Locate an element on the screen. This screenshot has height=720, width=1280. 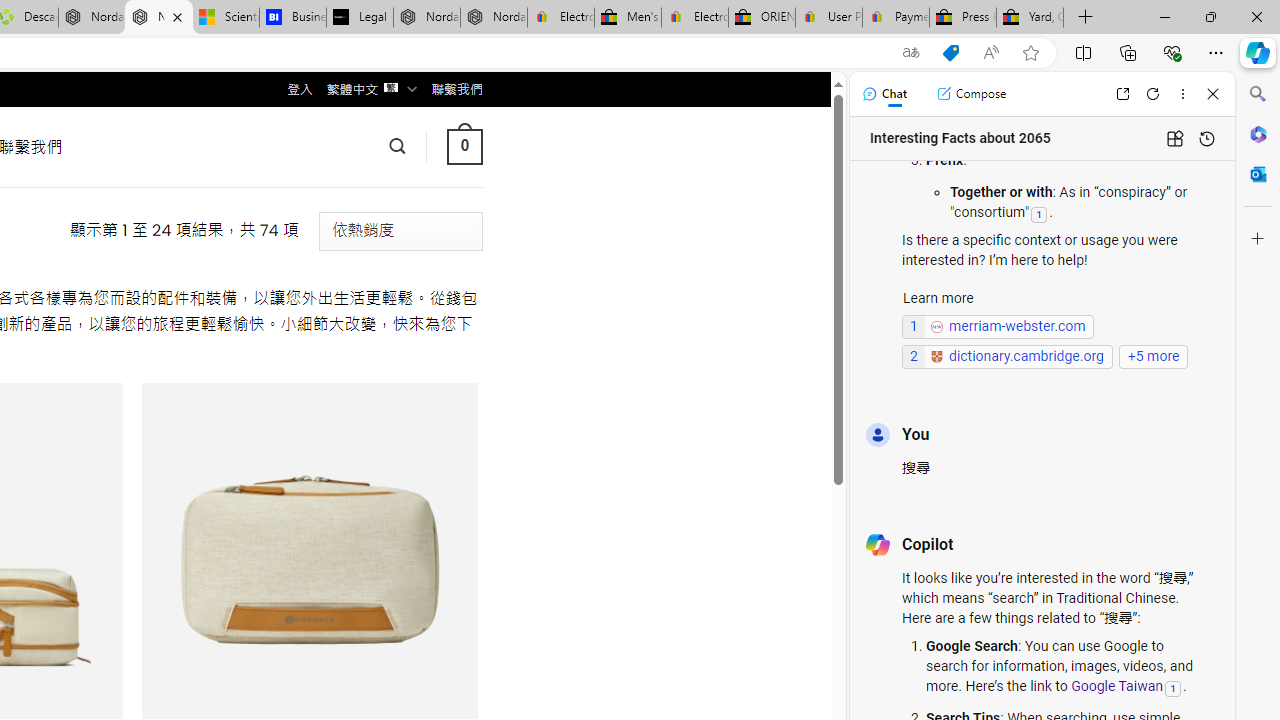
'Press Room - eBay Inc.' is located at coordinates (963, 17).